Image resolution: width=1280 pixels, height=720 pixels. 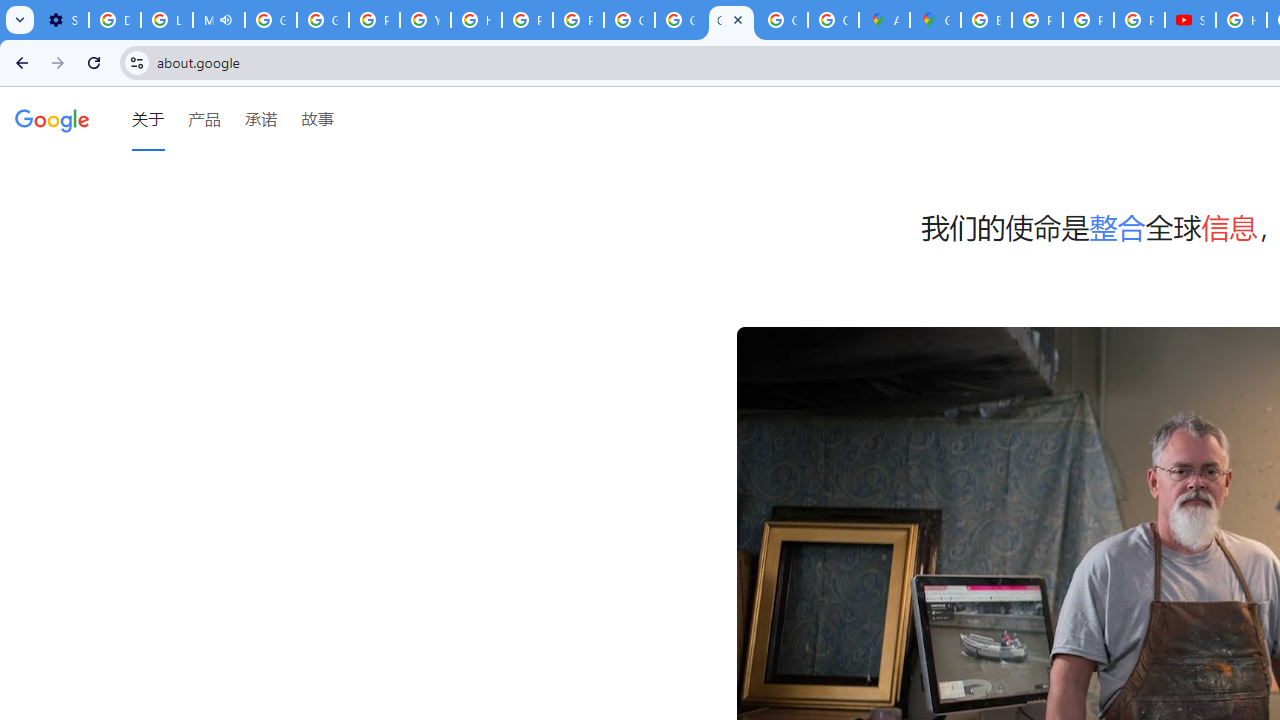 I want to click on 'Privacy Help Center - Policies Help', so click(x=1038, y=20).